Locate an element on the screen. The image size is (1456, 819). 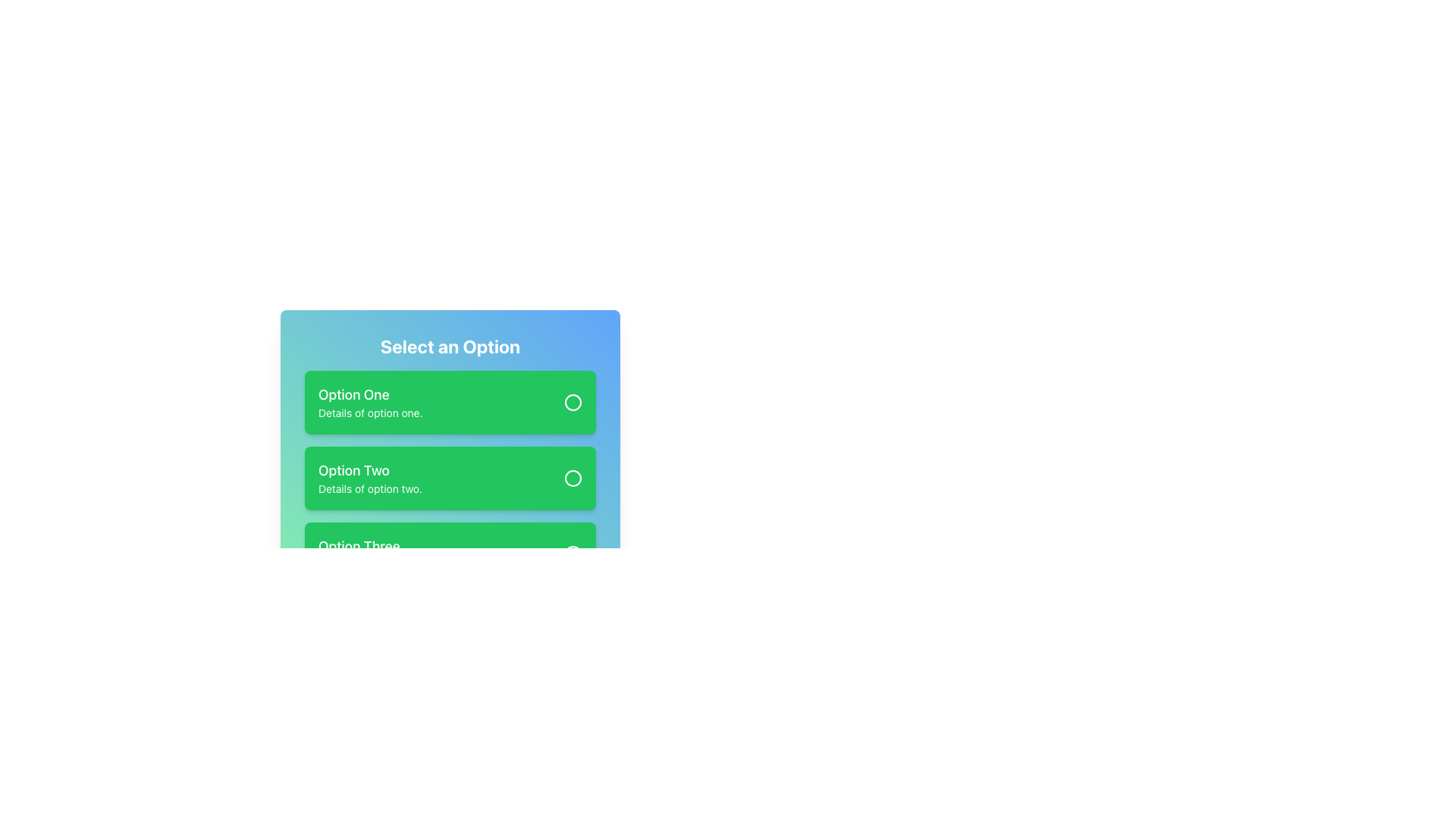
the circle that serves as the visual indicator for the third option in the list of radio buttons is located at coordinates (572, 554).